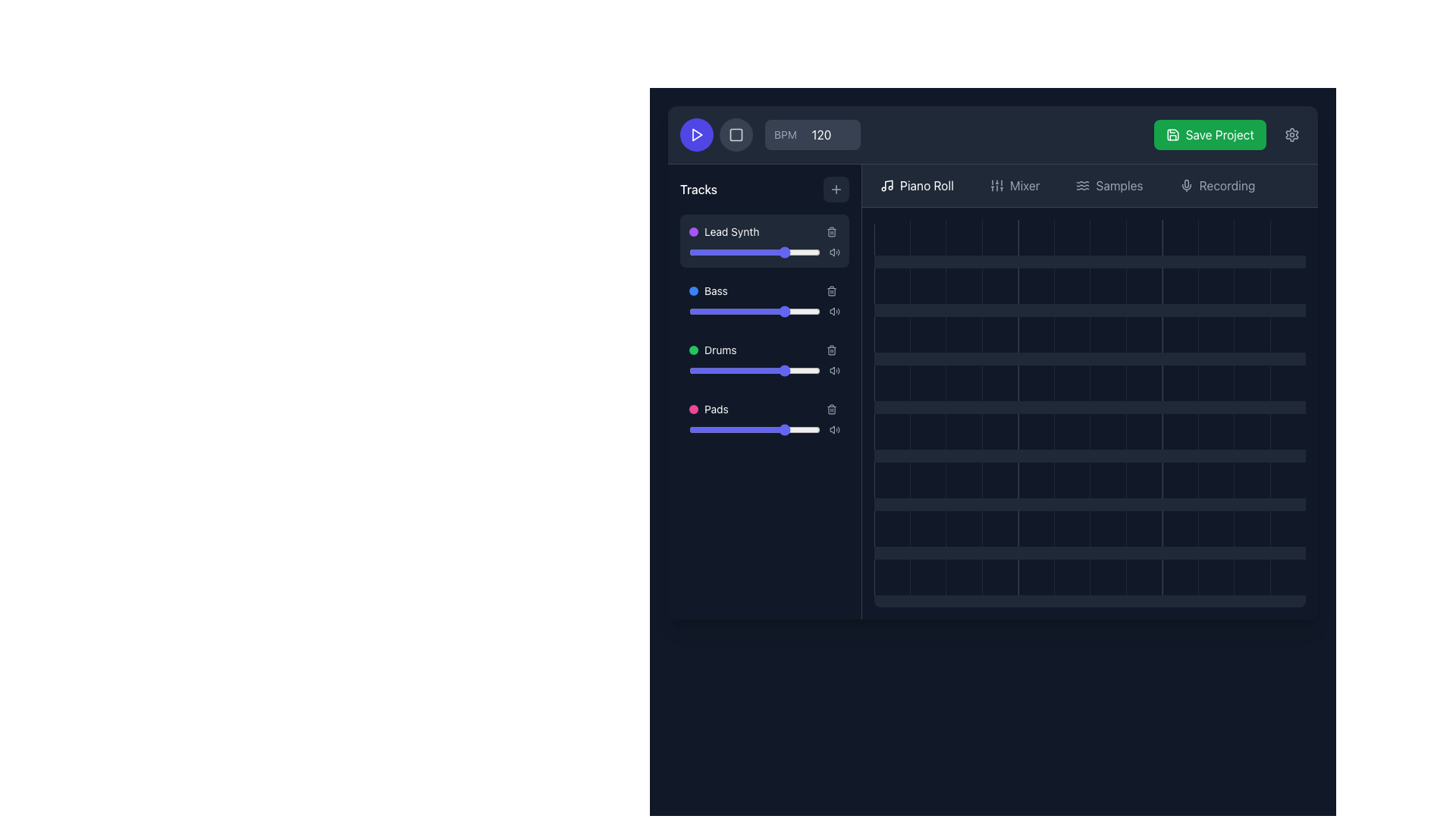 The height and width of the screenshot is (819, 1456). Describe the element at coordinates (1291, 133) in the screenshot. I see `the cogwheel icon button located at the top-right area of the interface` at that location.